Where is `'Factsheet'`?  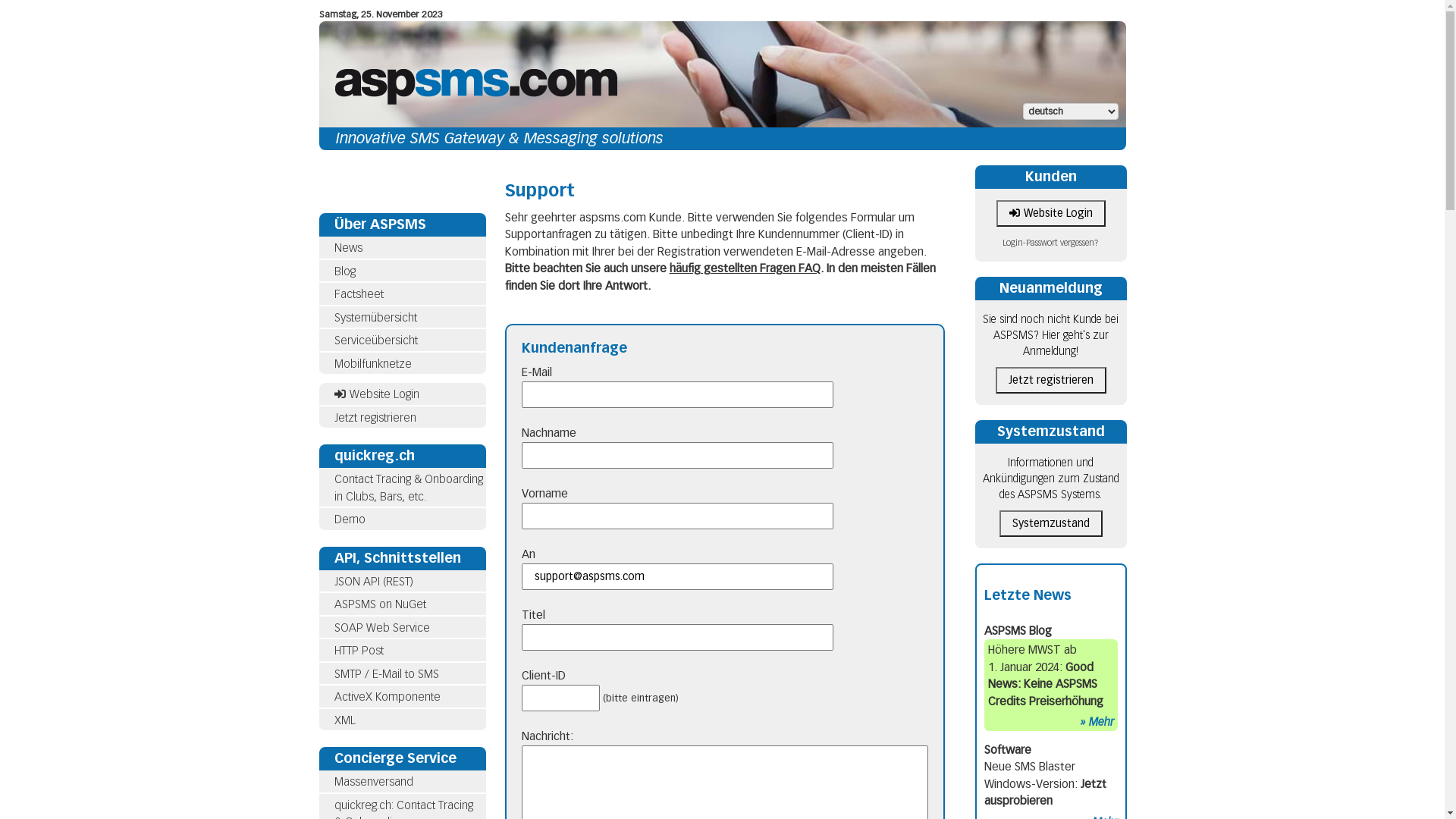 'Factsheet' is located at coordinates (357, 294).